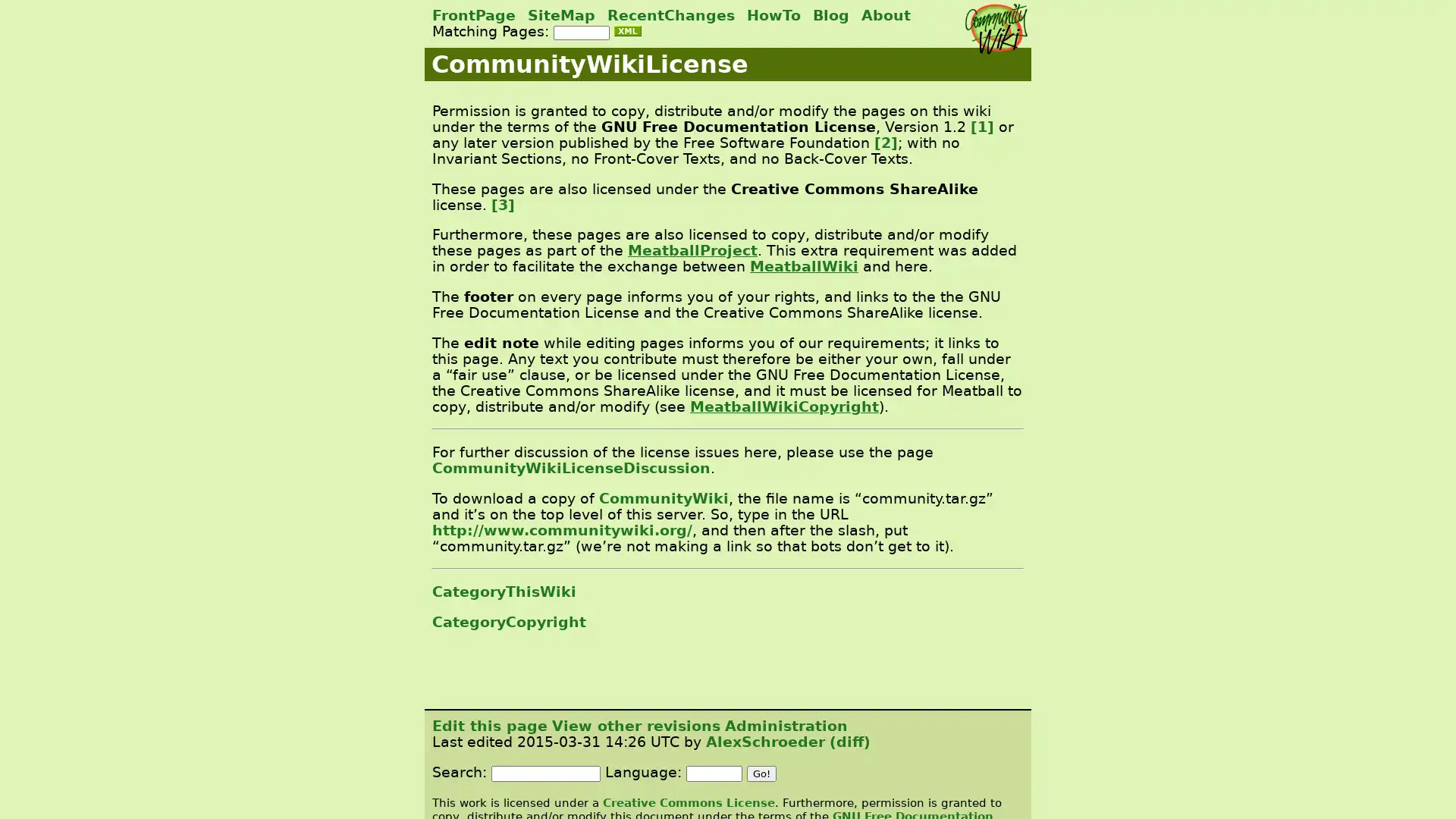 The image size is (1456, 819). What do you see at coordinates (761, 773) in the screenshot?
I see `Go!` at bounding box center [761, 773].